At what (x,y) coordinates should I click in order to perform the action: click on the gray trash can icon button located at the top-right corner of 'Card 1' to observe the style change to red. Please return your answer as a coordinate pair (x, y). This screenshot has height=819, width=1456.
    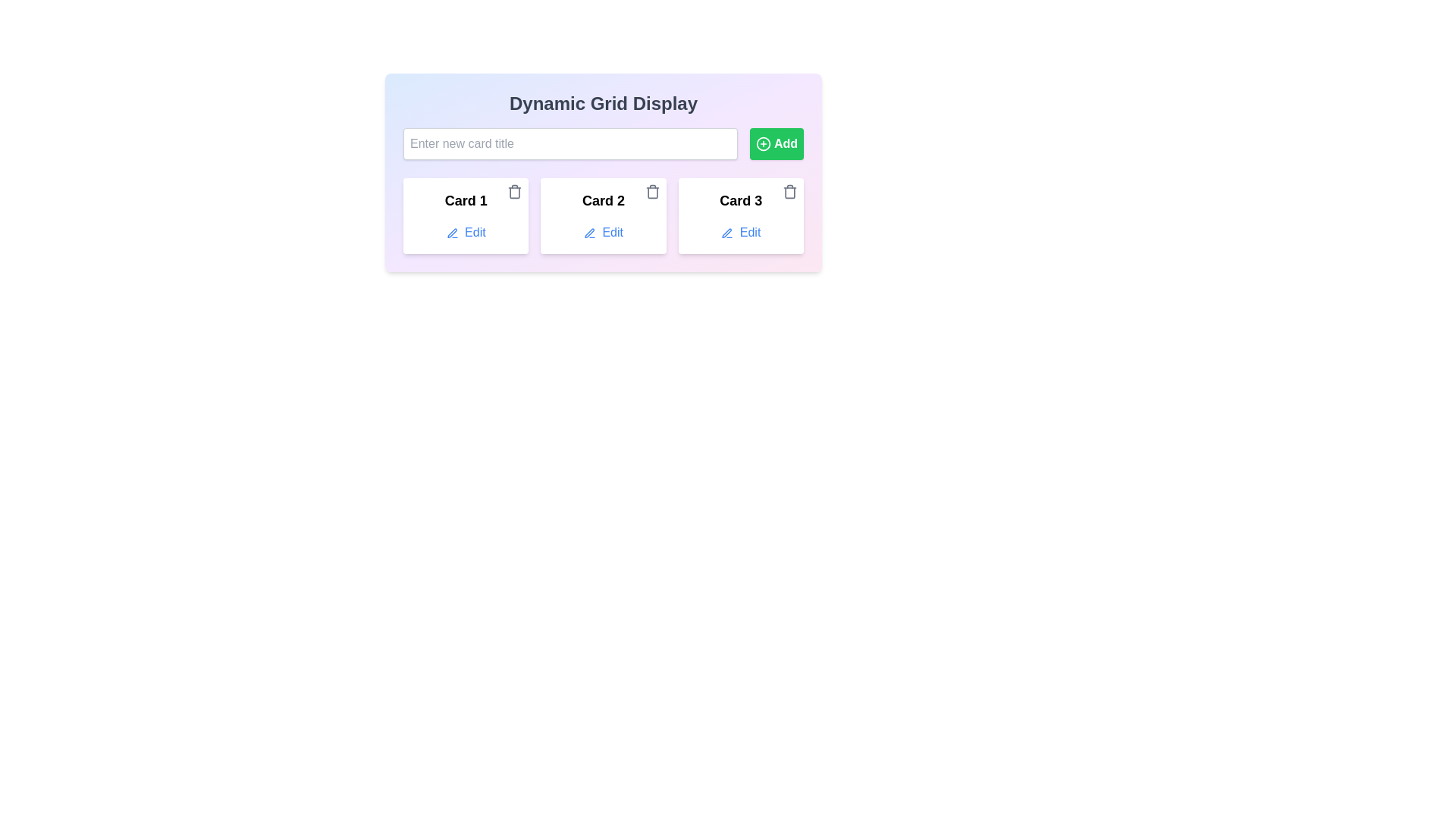
    Looking at the image, I should click on (515, 191).